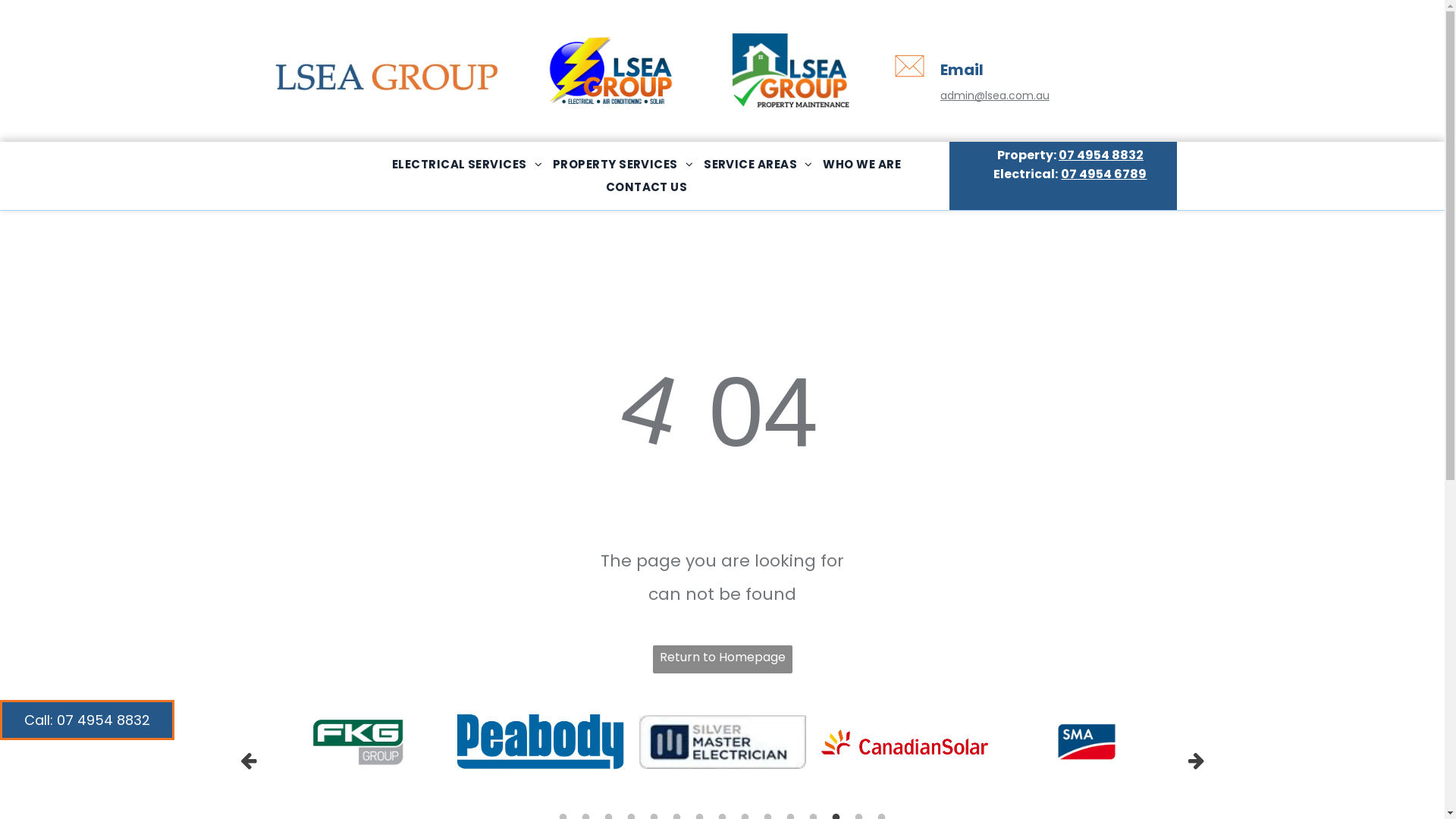 This screenshot has width=1456, height=819. Describe the element at coordinates (647, 186) in the screenshot. I see `'CONTACT US'` at that location.